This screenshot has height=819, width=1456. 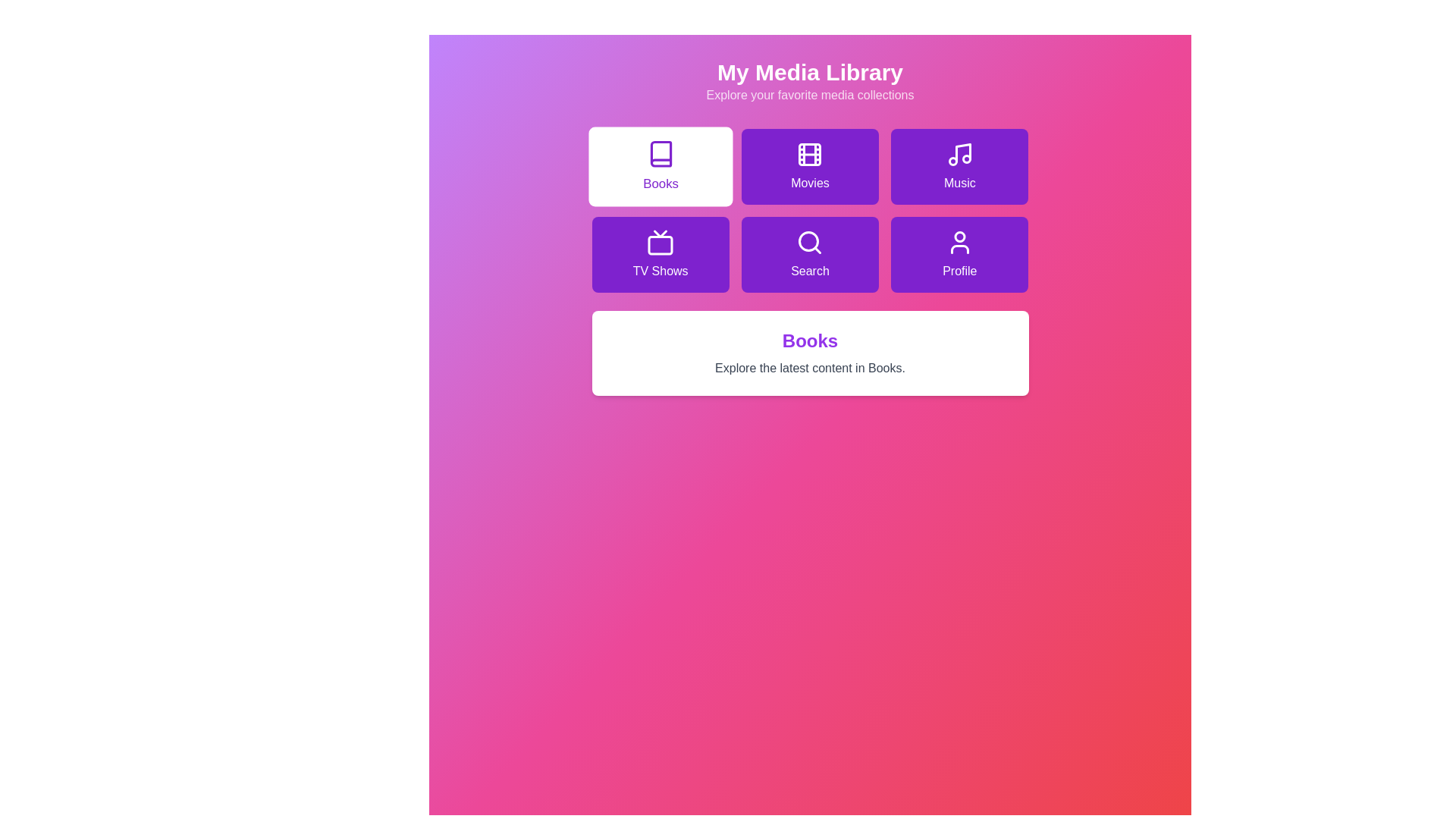 I want to click on the title text element that serves as a headline for the section, located within the white rectangular card below the grid of action tiles and above the subtitle 'Explore the latest content in Books.', so click(x=809, y=341).